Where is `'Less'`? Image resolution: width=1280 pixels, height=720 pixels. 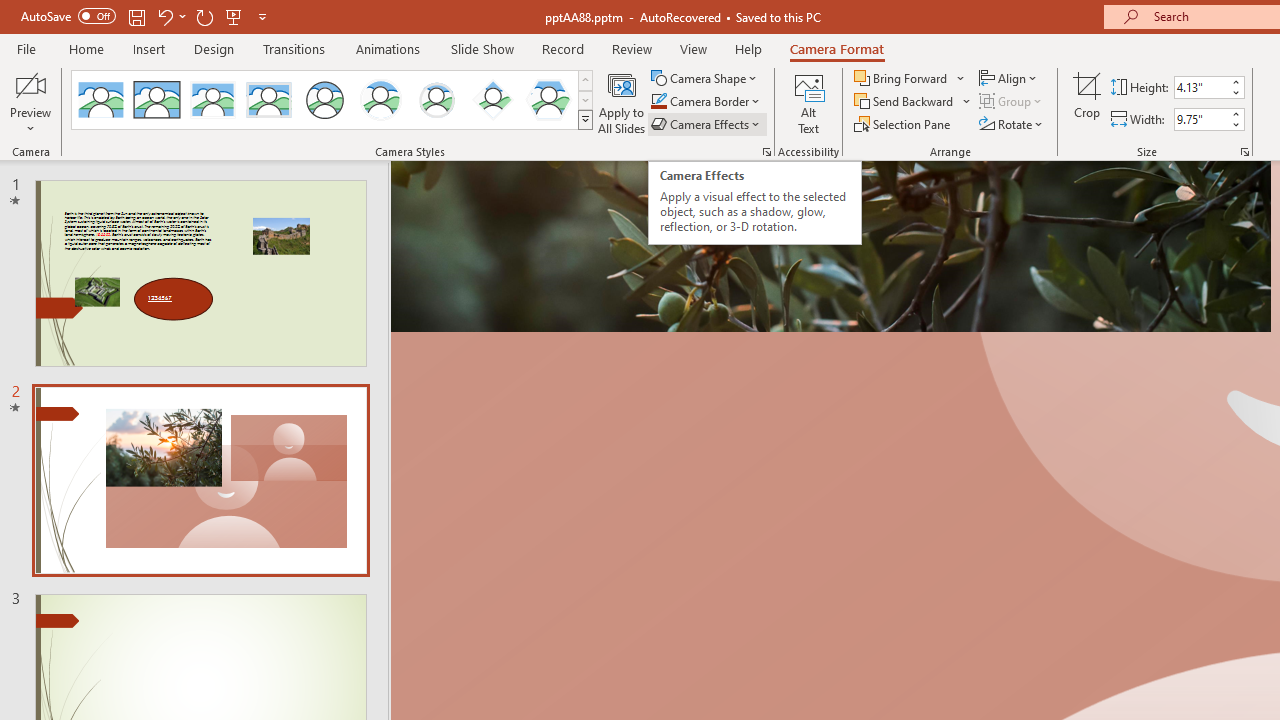 'Less' is located at coordinates (1234, 124).